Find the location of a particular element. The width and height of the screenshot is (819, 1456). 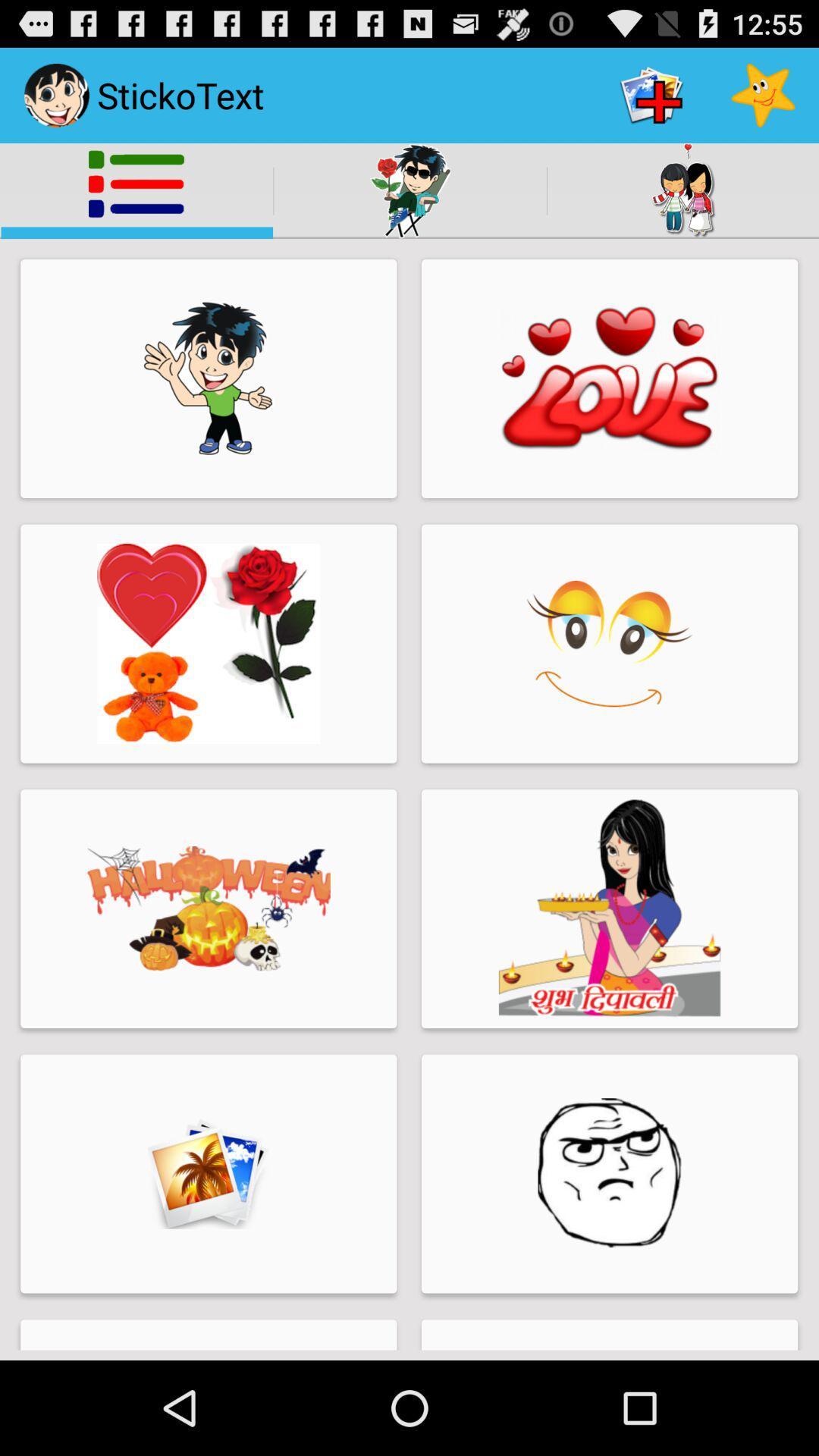

the icon of the 2 girls is located at coordinates (684, 190).